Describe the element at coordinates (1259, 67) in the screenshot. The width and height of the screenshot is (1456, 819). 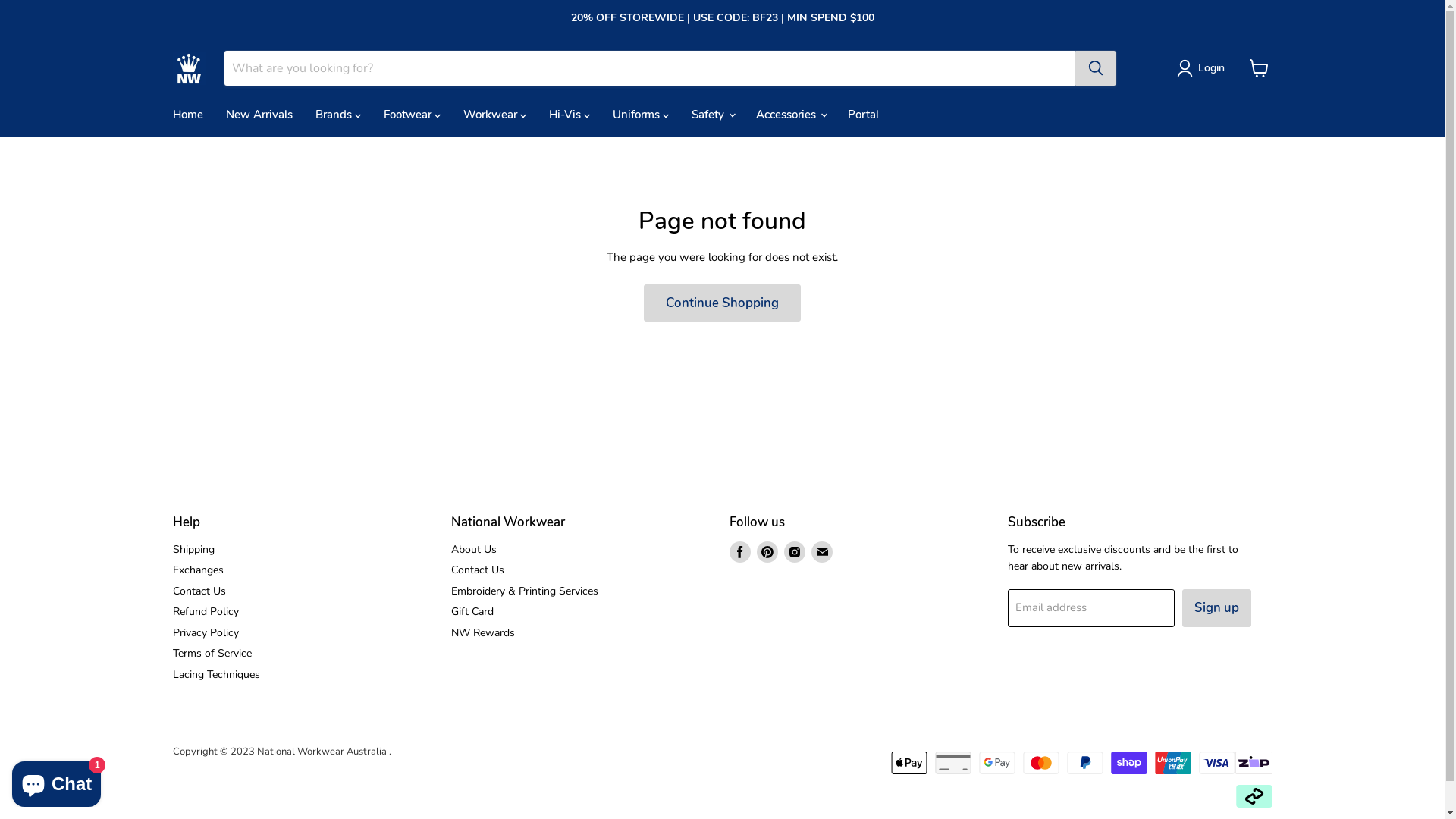
I see `'View cart'` at that location.